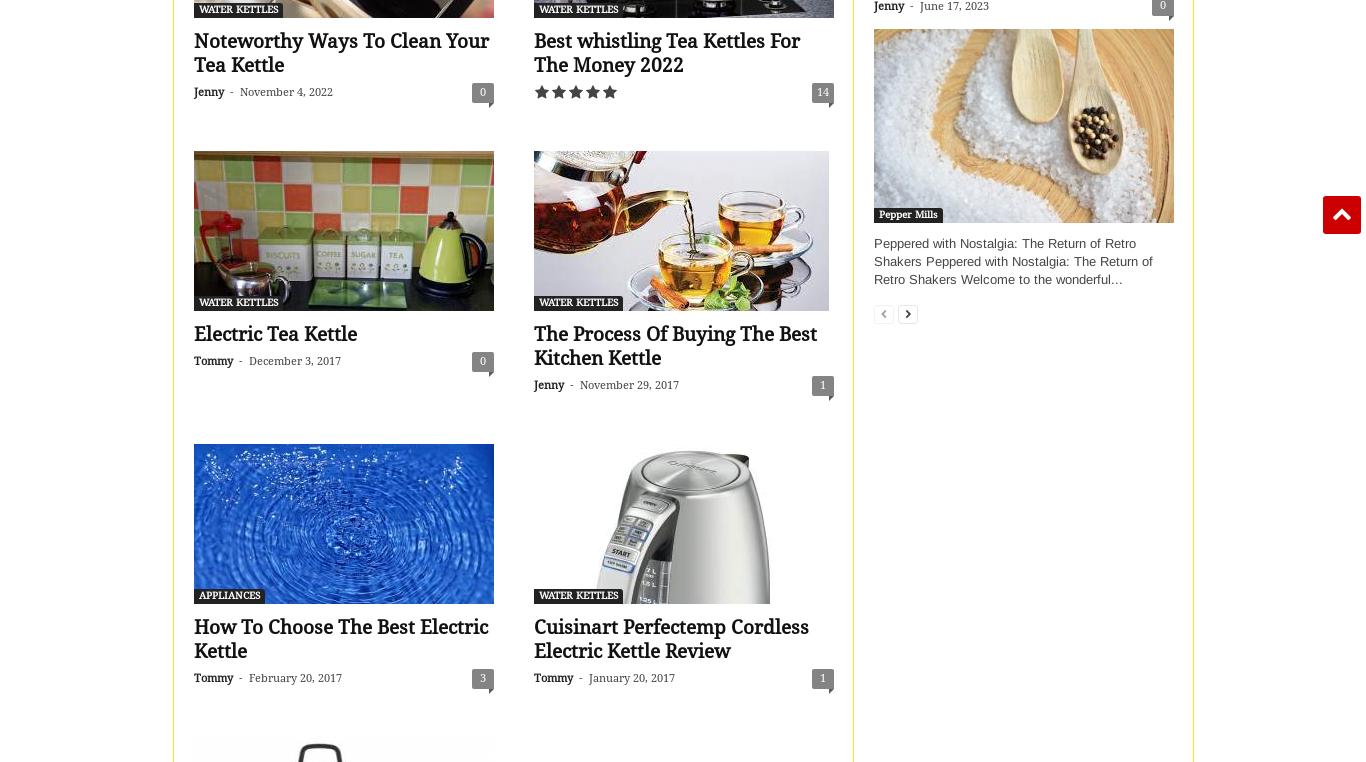  What do you see at coordinates (274, 334) in the screenshot?
I see `'Electric Tea Kettle'` at bounding box center [274, 334].